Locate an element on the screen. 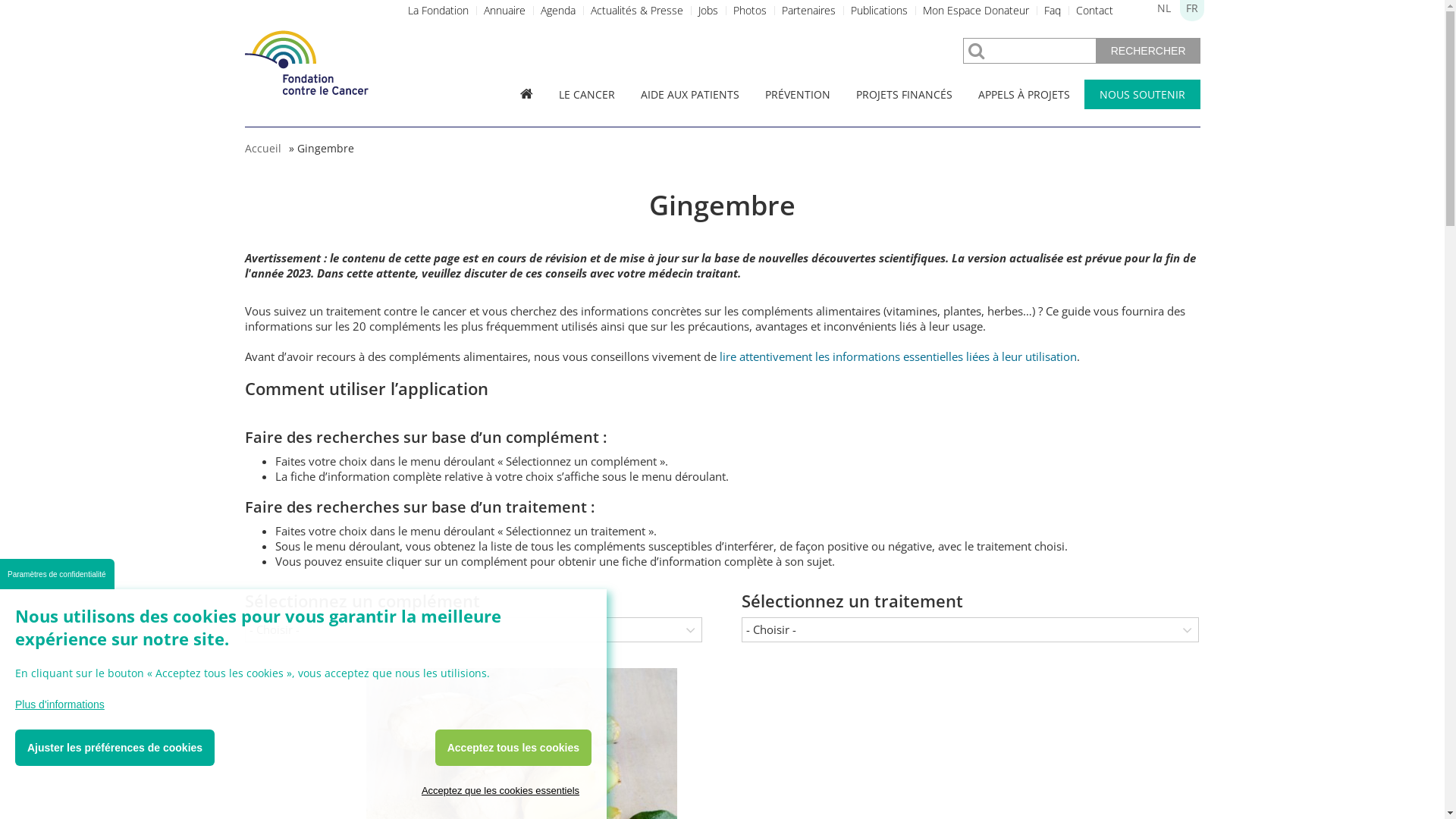 The width and height of the screenshot is (1456, 819). 'Allez' is located at coordinates (30, 14).